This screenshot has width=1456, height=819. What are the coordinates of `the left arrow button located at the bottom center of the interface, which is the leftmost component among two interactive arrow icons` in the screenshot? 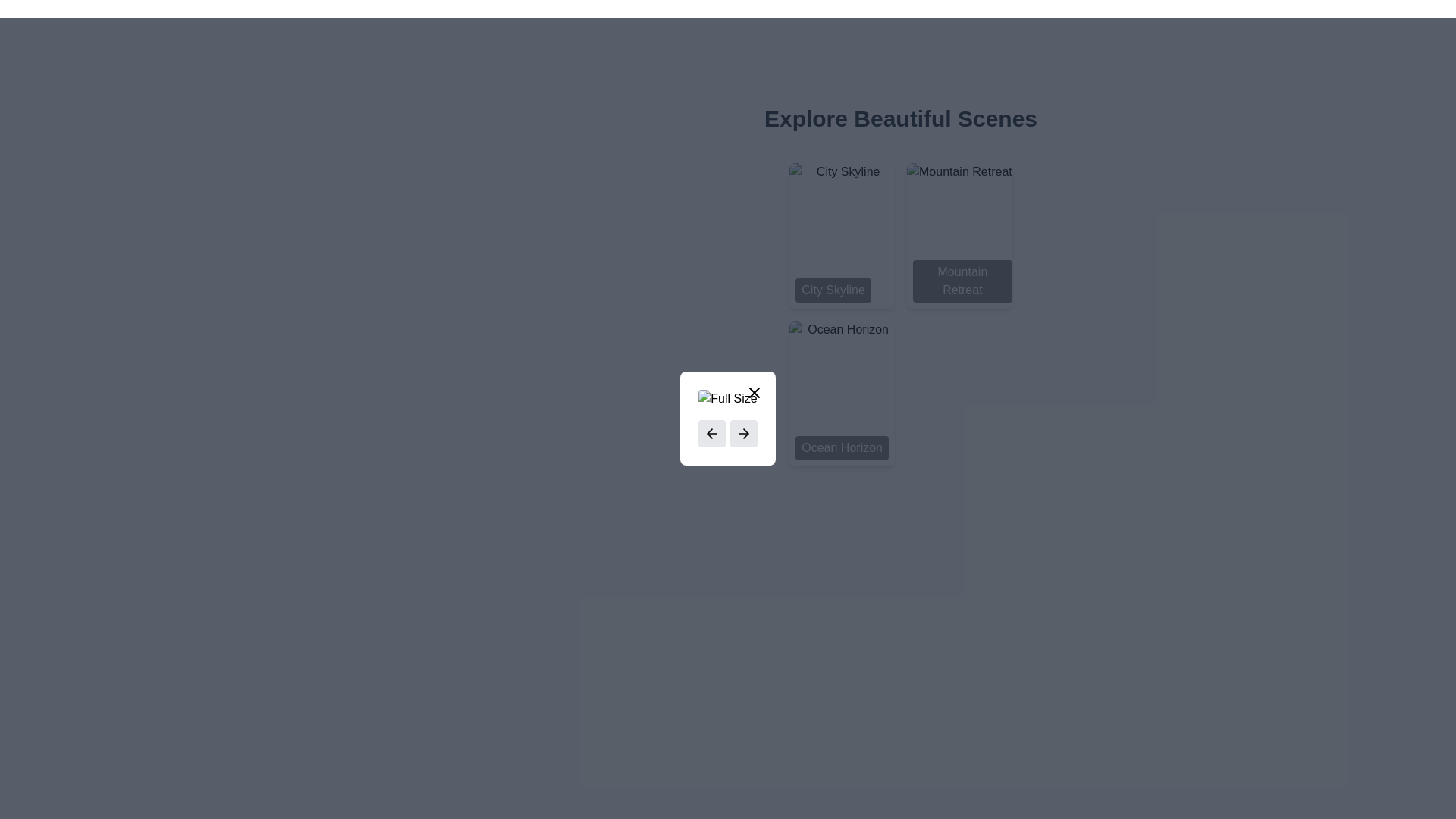 It's located at (711, 433).